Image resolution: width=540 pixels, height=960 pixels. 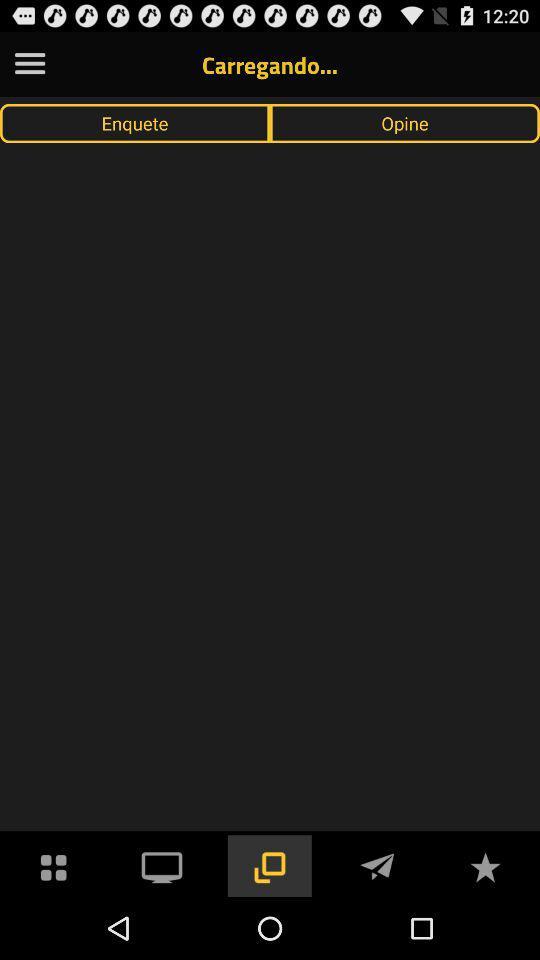 I want to click on send the item, so click(x=377, y=864).